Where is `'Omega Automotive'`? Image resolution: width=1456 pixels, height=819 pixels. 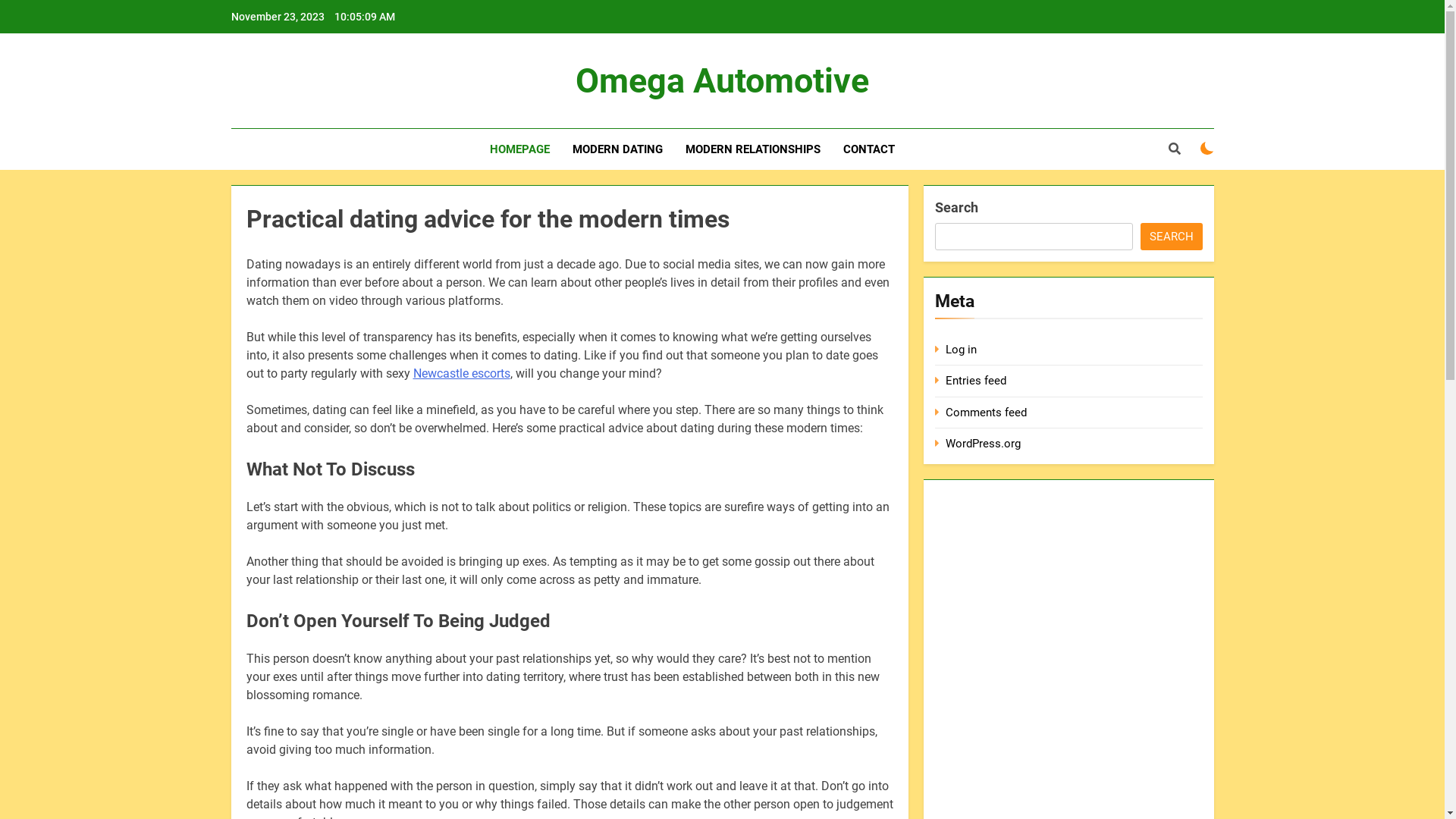 'Omega Automotive' is located at coordinates (721, 80).